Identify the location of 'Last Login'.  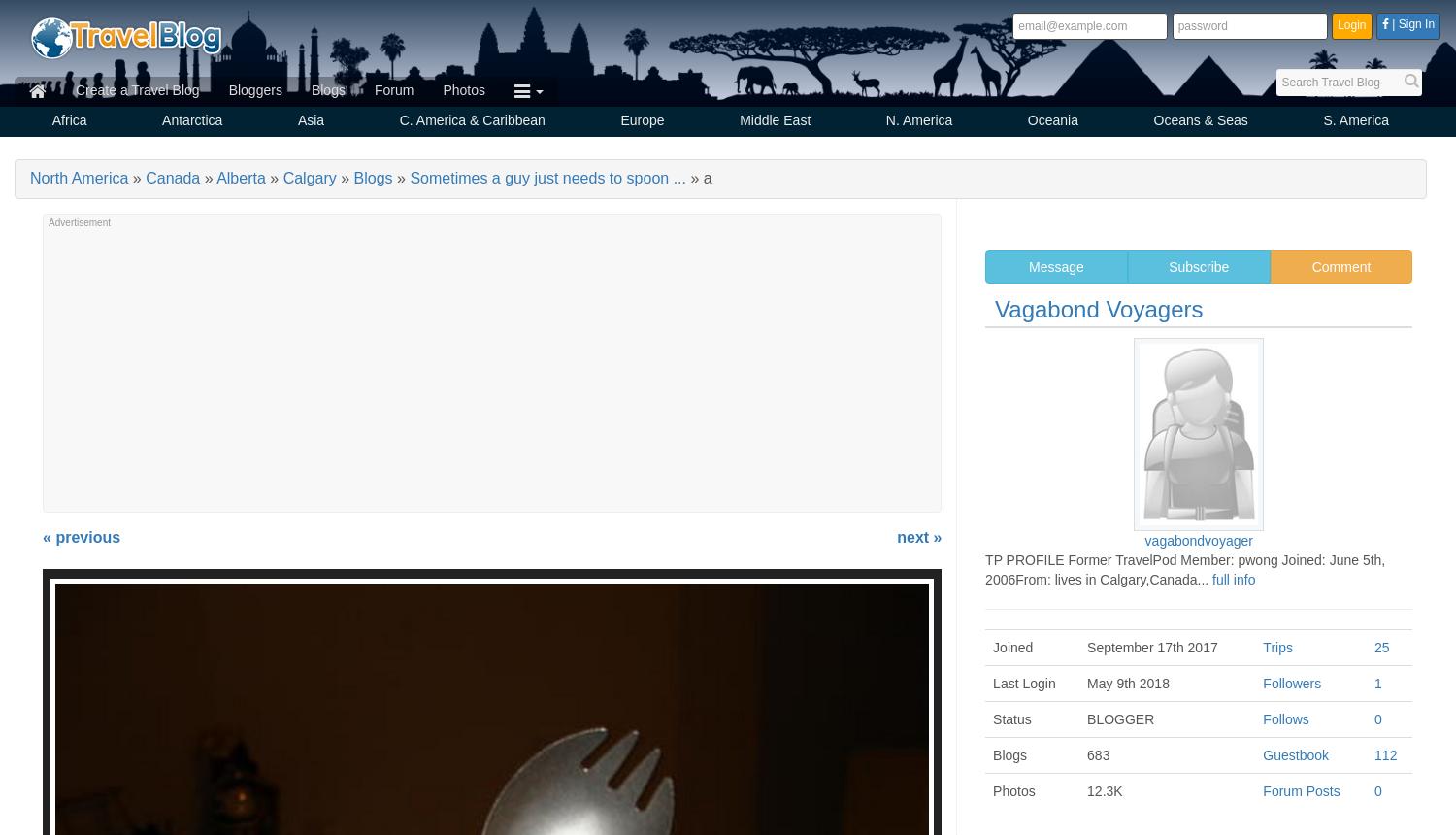
(1023, 682).